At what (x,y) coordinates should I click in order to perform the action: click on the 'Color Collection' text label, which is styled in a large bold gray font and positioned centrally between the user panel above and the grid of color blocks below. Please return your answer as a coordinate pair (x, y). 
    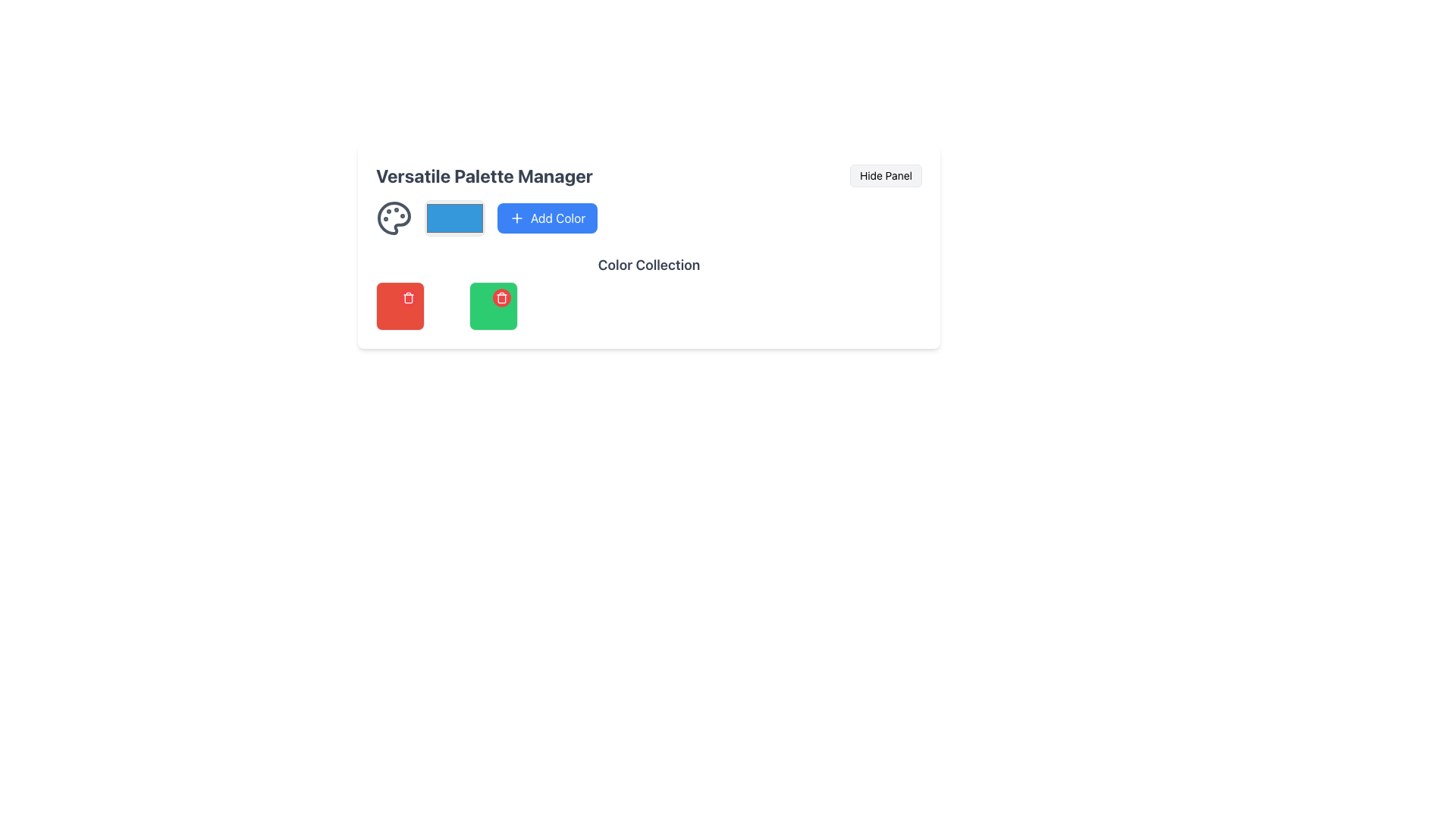
    Looking at the image, I should click on (648, 265).